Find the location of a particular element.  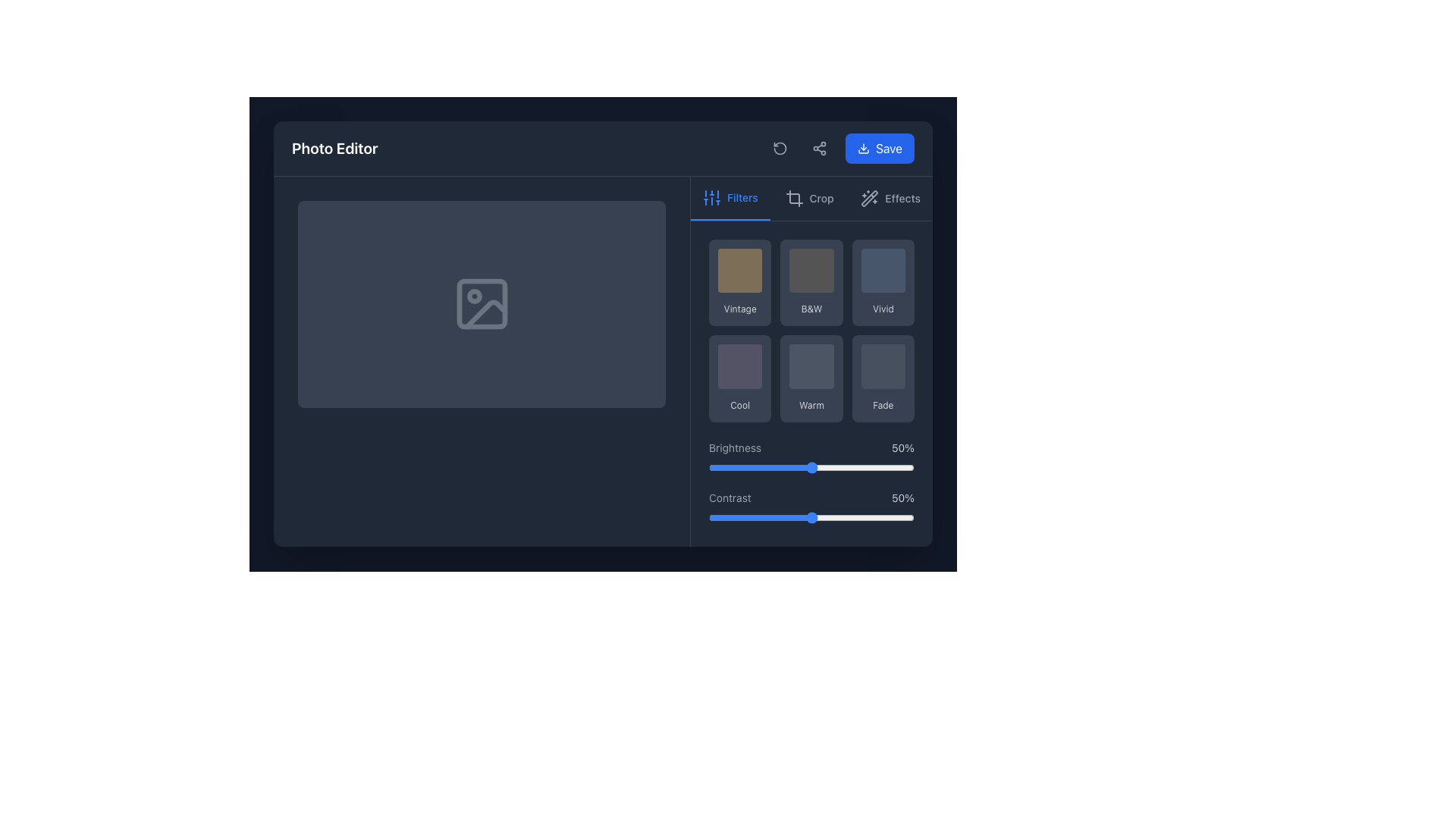

the share icon button located on the right side of the toolbar to initiate sharing is located at coordinates (818, 149).